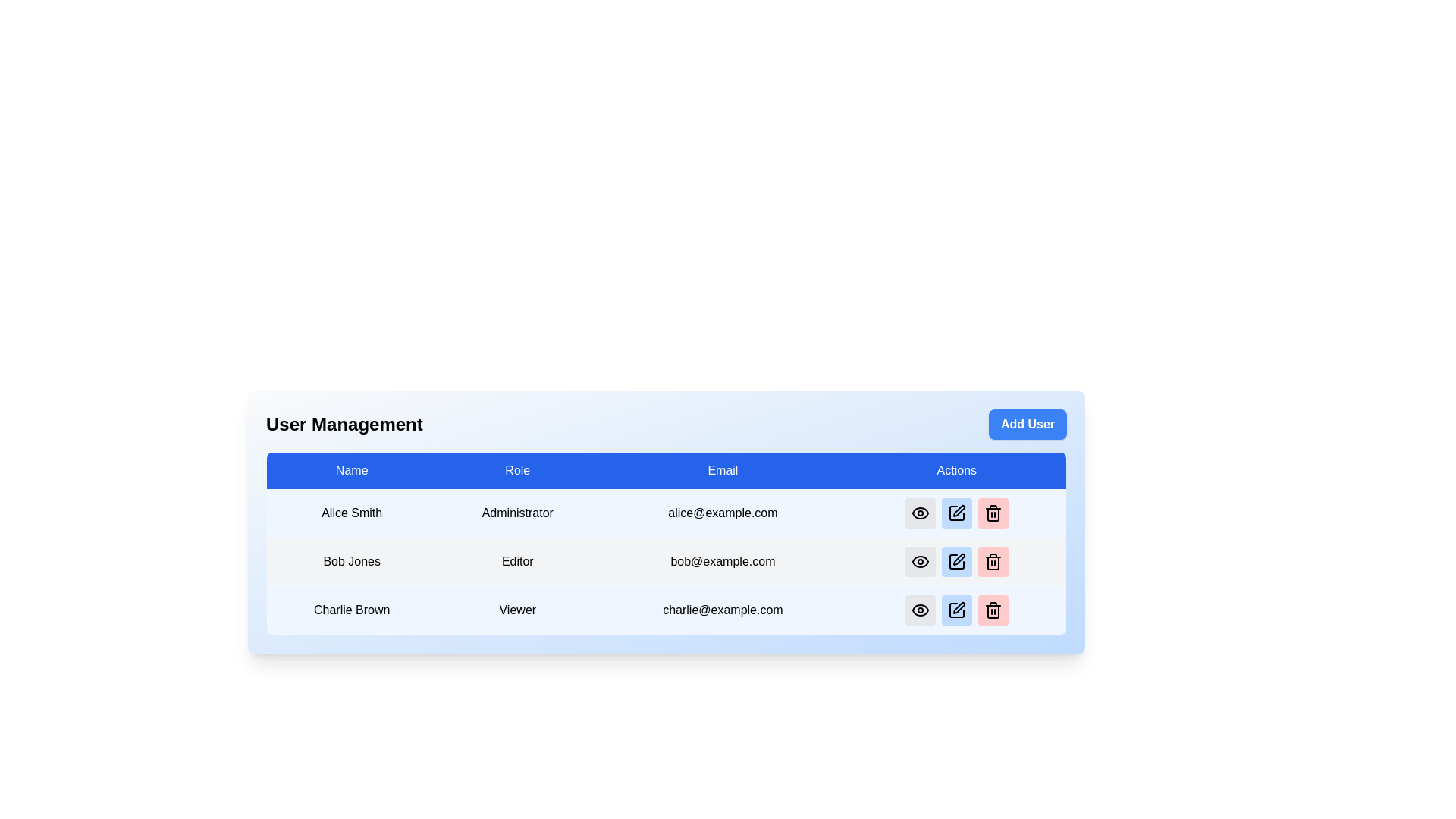 The height and width of the screenshot is (819, 1456). Describe the element at coordinates (955, 610) in the screenshot. I see `the edit icon button in the Actions column for the user Charlie Brown to initiate editing of the associated entity` at that location.